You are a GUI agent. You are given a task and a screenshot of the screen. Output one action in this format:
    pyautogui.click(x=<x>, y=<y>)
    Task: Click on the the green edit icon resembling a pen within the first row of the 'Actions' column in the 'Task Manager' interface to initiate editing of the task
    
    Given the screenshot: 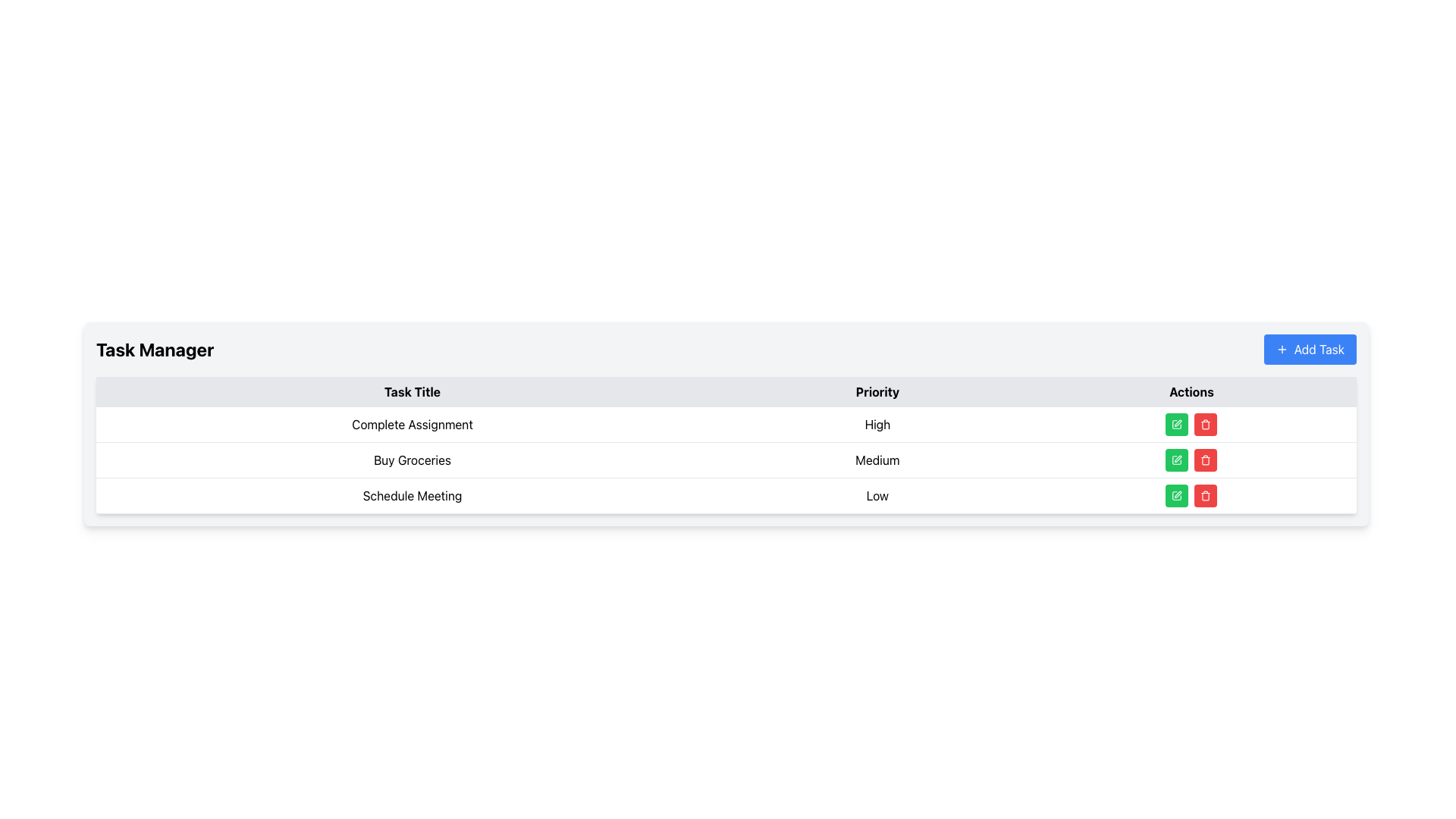 What is the action you would take?
    pyautogui.click(x=1175, y=424)
    